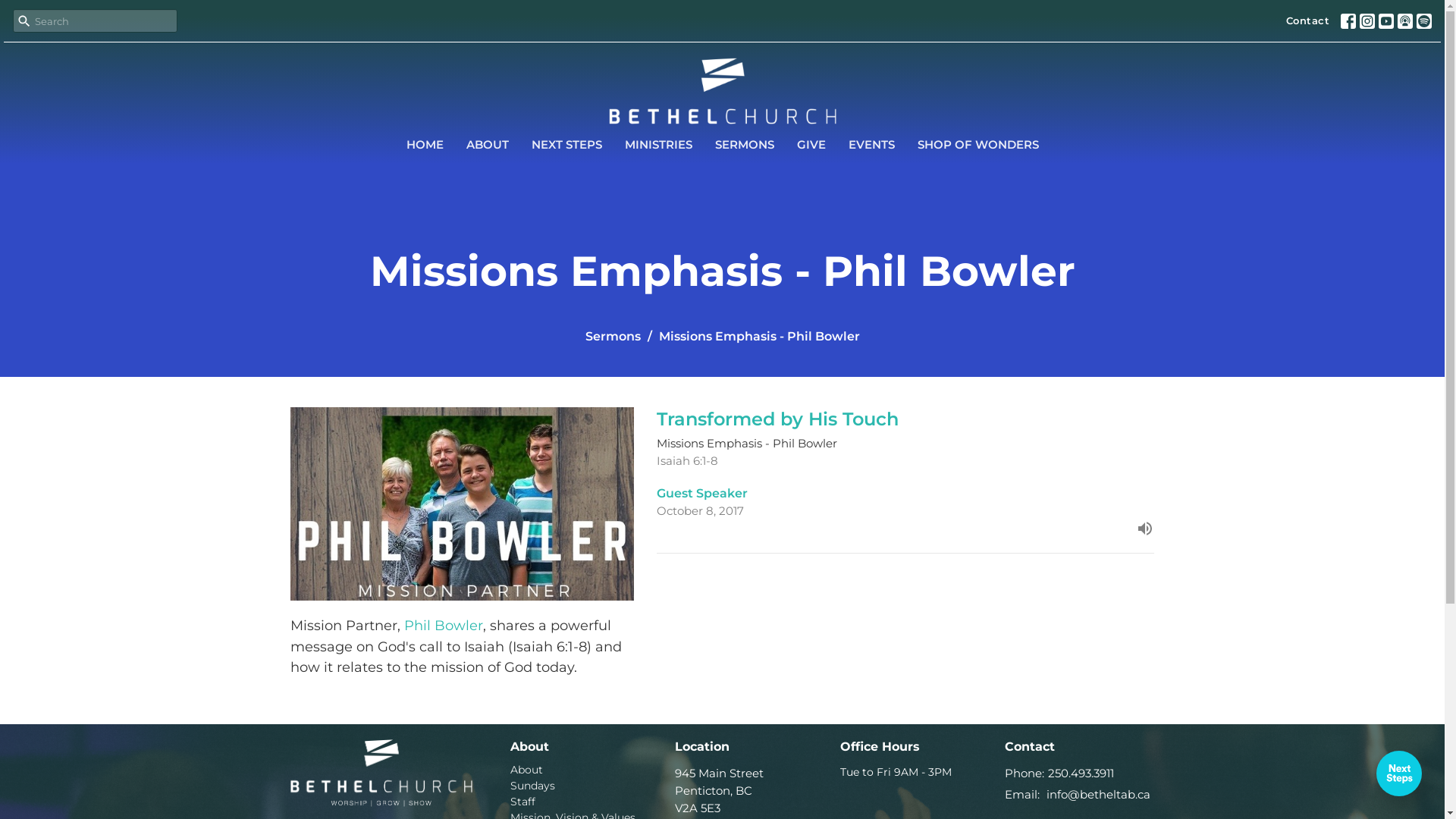 This screenshot has height=819, width=1456. What do you see at coordinates (658, 144) in the screenshot?
I see `'MINISTRIES'` at bounding box center [658, 144].